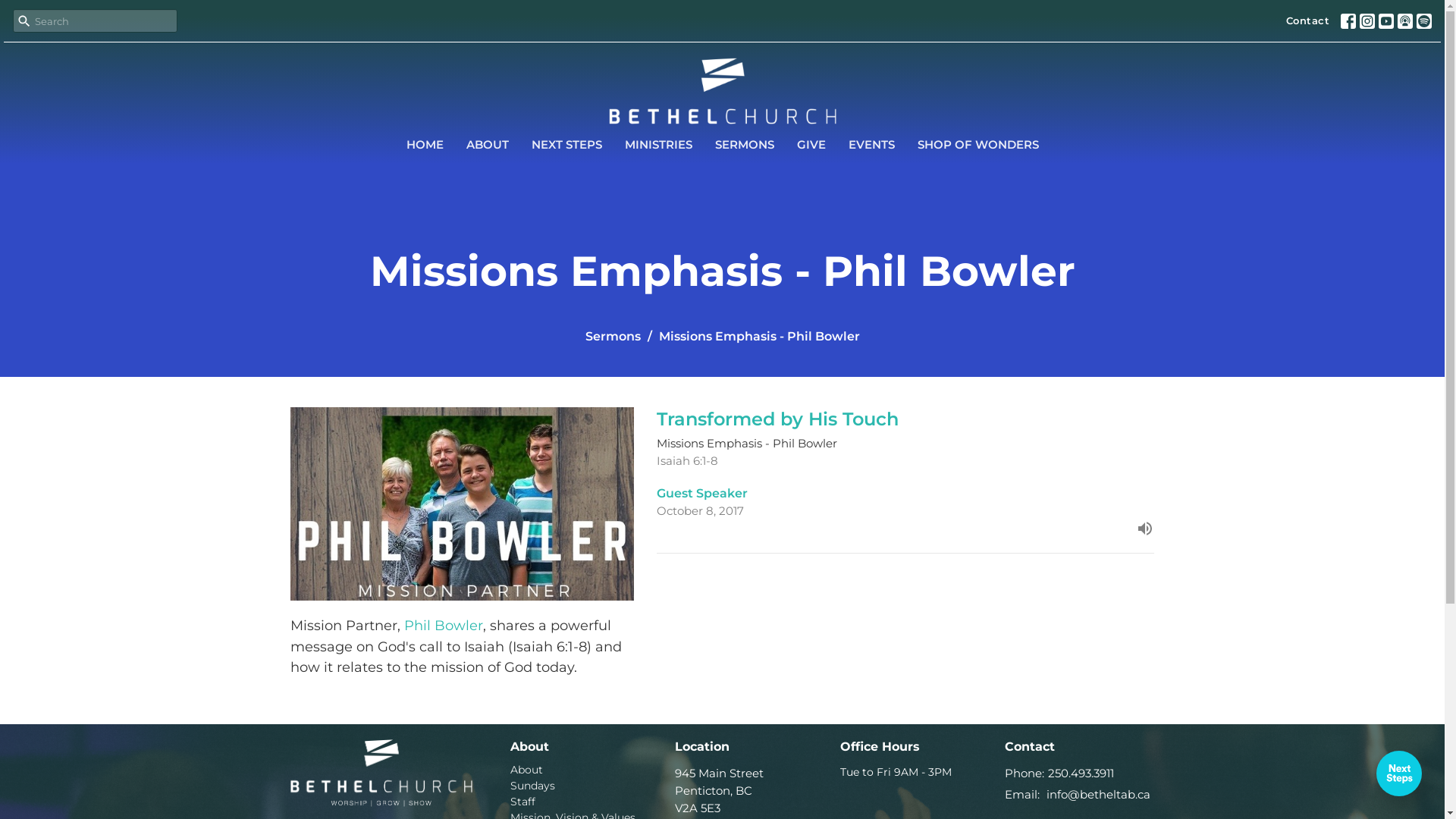 This screenshot has height=819, width=1456. What do you see at coordinates (658, 144) in the screenshot?
I see `'MINISTRIES'` at bounding box center [658, 144].